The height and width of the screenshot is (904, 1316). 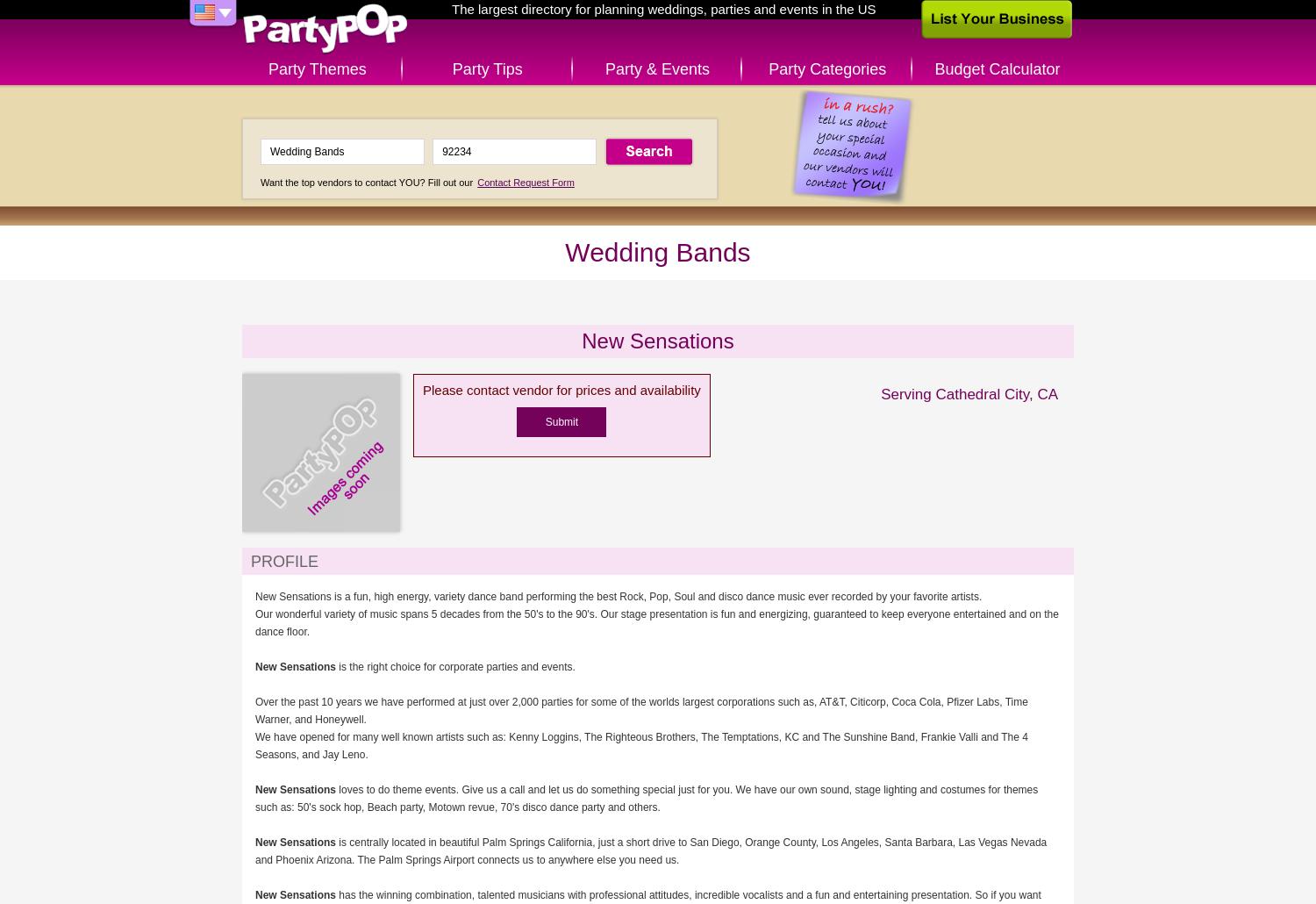 What do you see at coordinates (524, 182) in the screenshot?
I see `'Contact Request Form'` at bounding box center [524, 182].